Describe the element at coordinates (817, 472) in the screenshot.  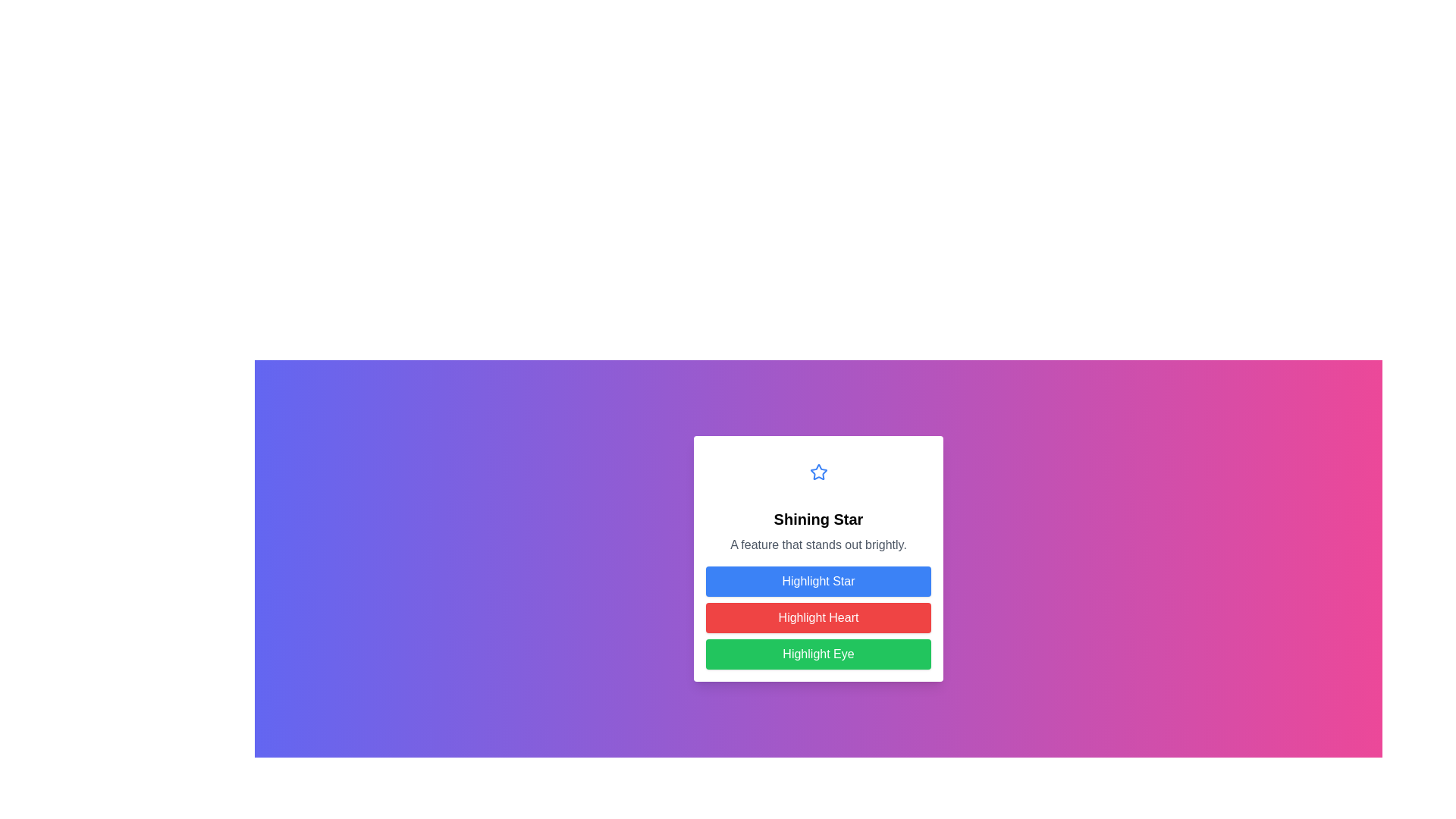
I see `the medium-sized blue outlined star icon located at the top center of the card titled 'Shining Star'` at that location.